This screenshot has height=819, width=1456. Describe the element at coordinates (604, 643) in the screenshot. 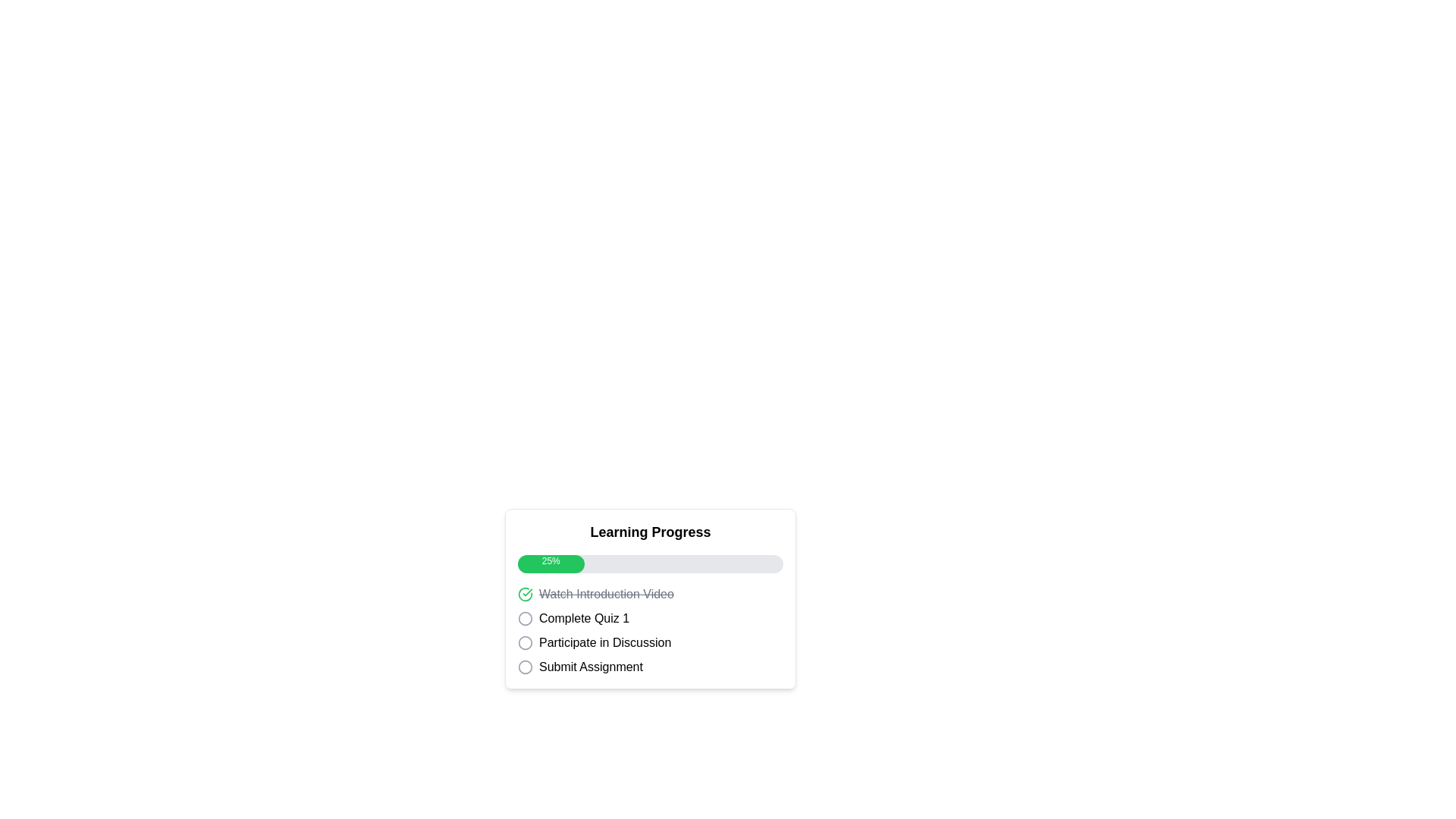

I see `the text label displaying 'Participate in Discussion', which is the third item in the checklist located between 'Complete Quiz 1' and 'Submit Assignment'` at that location.